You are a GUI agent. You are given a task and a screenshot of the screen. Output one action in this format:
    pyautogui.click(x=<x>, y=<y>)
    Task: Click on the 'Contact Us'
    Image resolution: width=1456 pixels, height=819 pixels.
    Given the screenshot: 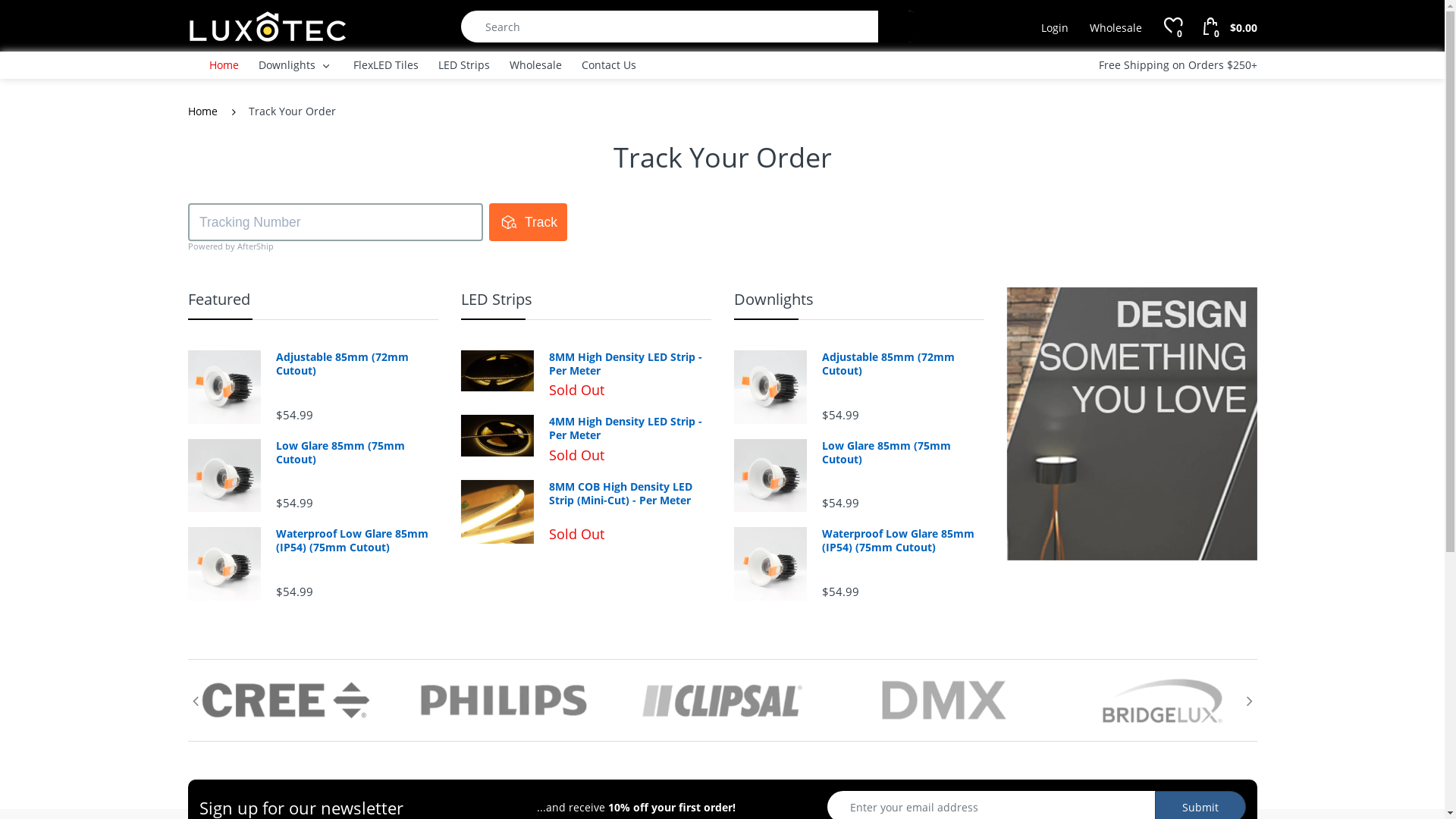 What is the action you would take?
    pyautogui.click(x=580, y=64)
    